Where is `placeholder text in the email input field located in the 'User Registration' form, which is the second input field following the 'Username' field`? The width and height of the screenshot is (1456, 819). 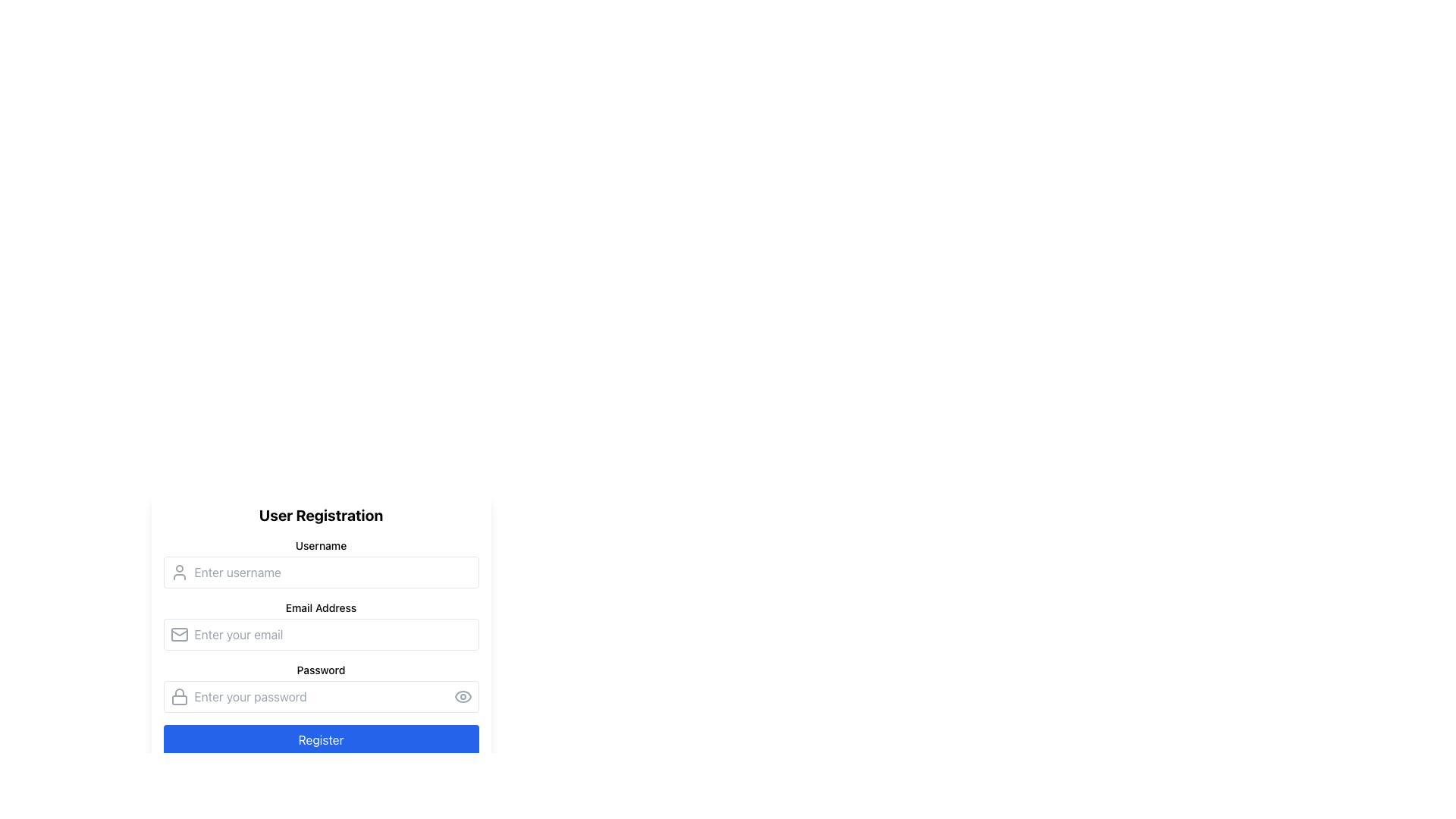
placeholder text in the email input field located in the 'User Registration' form, which is the second input field following the 'Username' field is located at coordinates (320, 626).